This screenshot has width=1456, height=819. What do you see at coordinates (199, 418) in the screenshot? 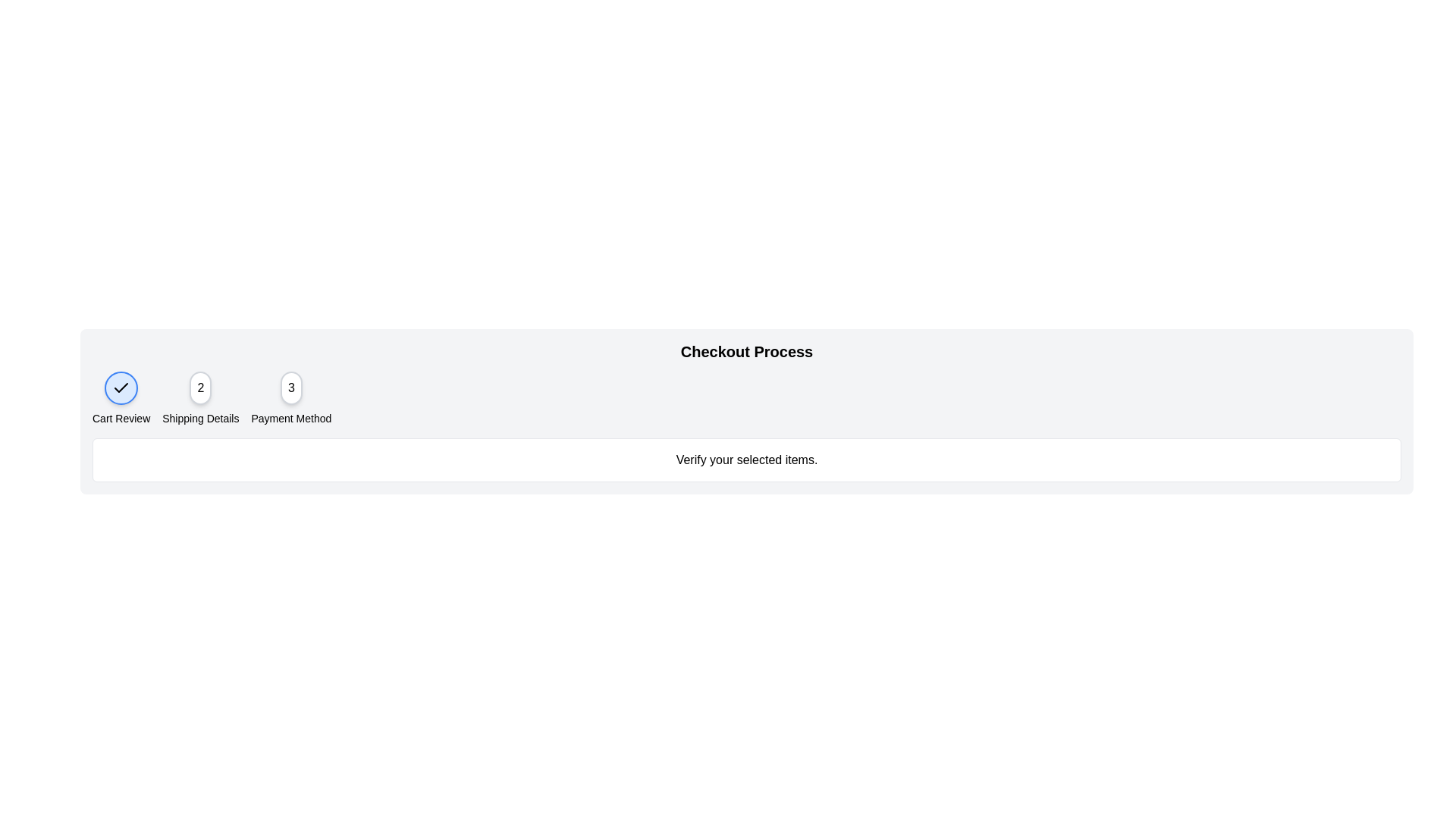
I see `text label indicating the second step in the checkout process for shipping details, positioned between 'Cart Review' and 'Payment Method'` at bounding box center [199, 418].